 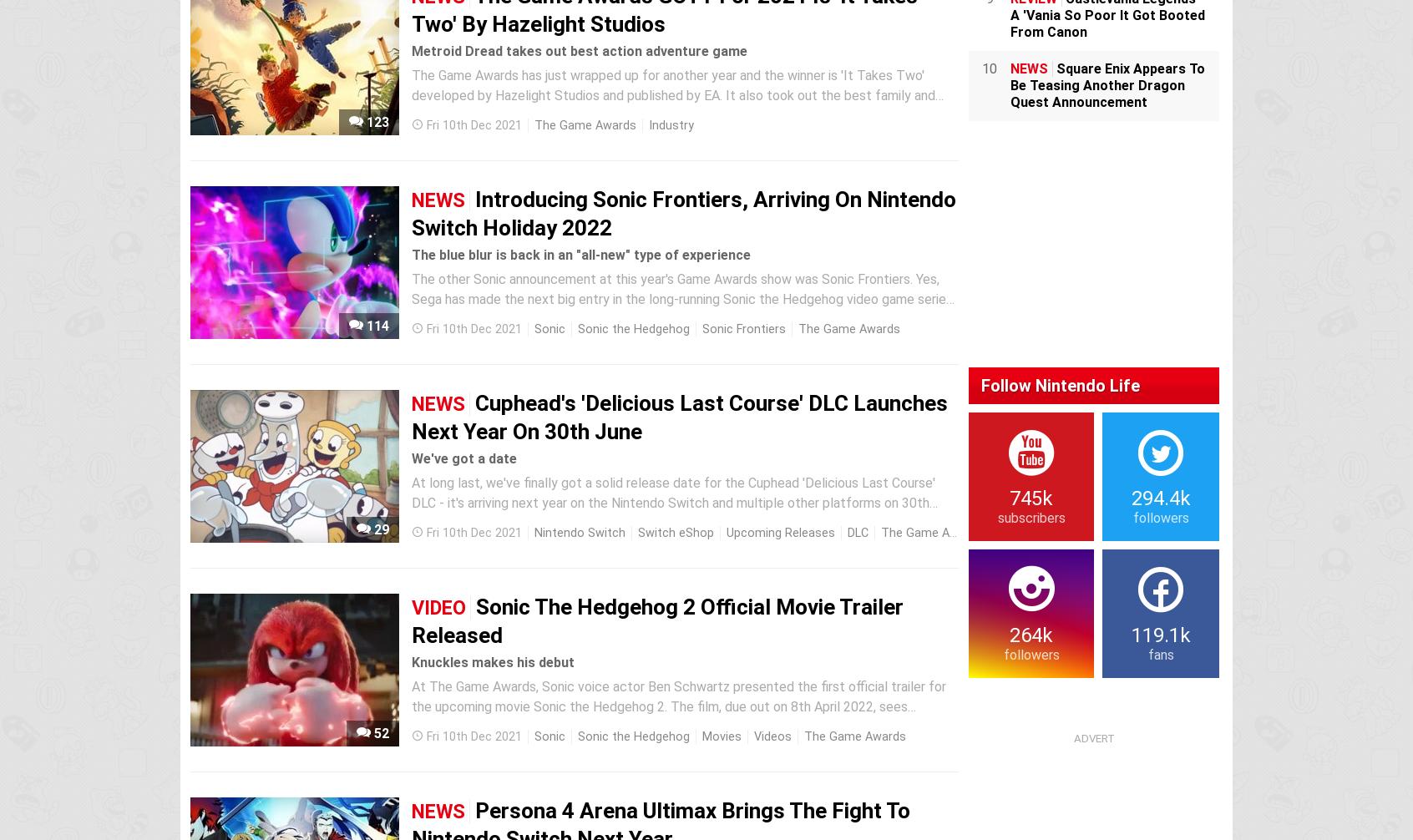 I want to click on '294.4k', so click(x=1160, y=497).